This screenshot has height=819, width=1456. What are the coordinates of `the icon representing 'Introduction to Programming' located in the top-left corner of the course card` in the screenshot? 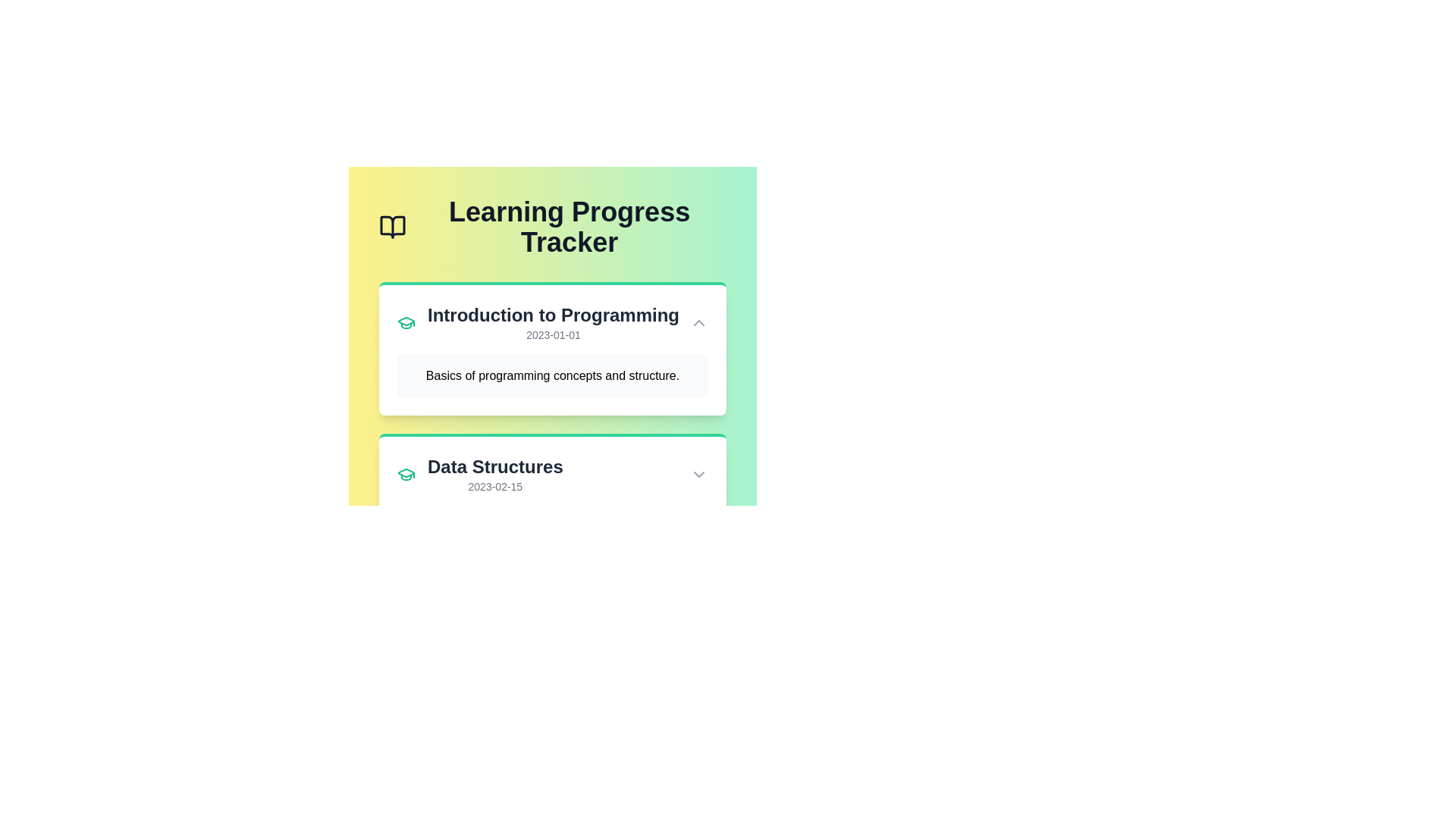 It's located at (406, 322).